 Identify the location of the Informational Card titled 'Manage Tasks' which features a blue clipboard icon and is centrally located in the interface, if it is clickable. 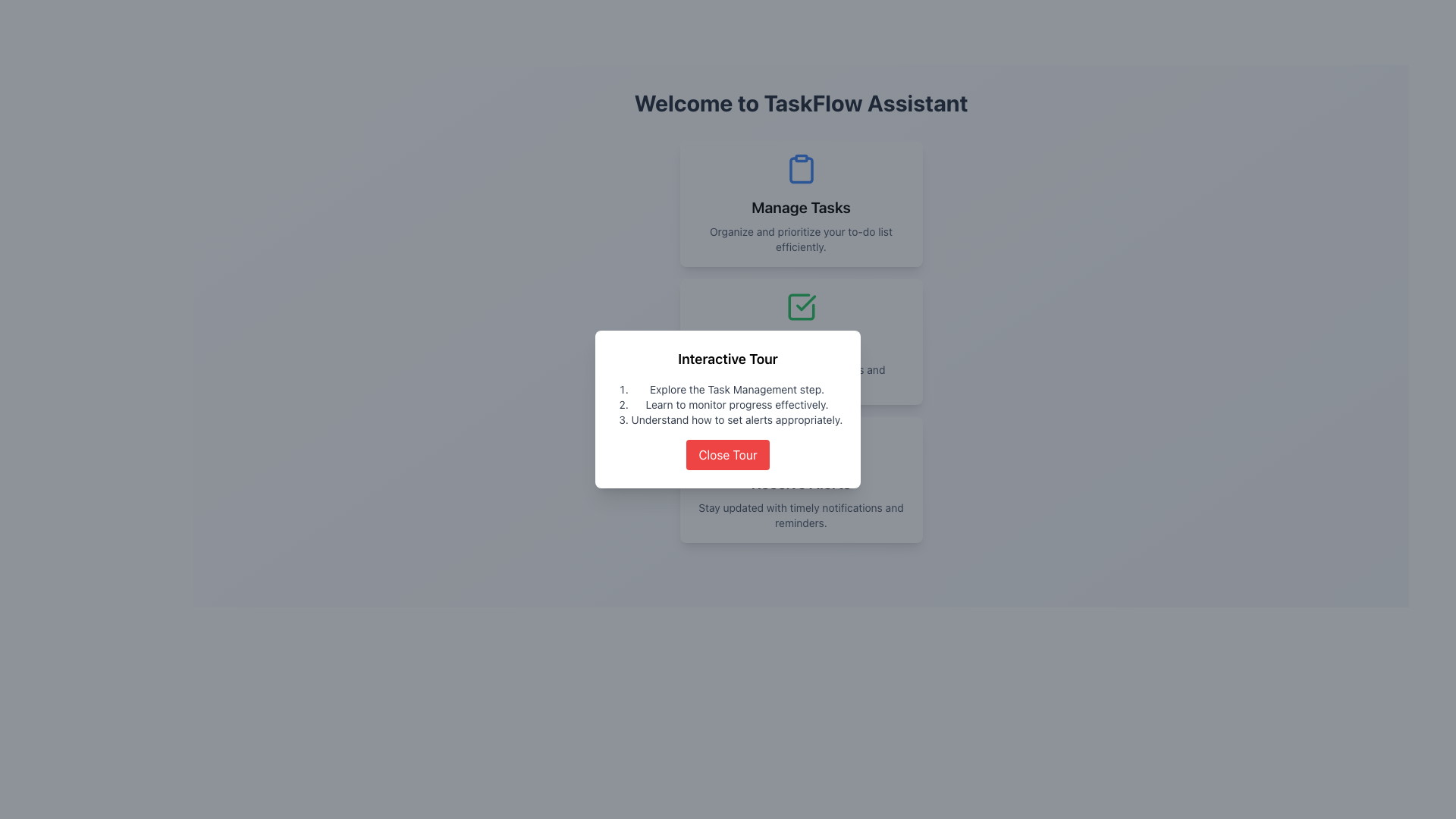
(800, 203).